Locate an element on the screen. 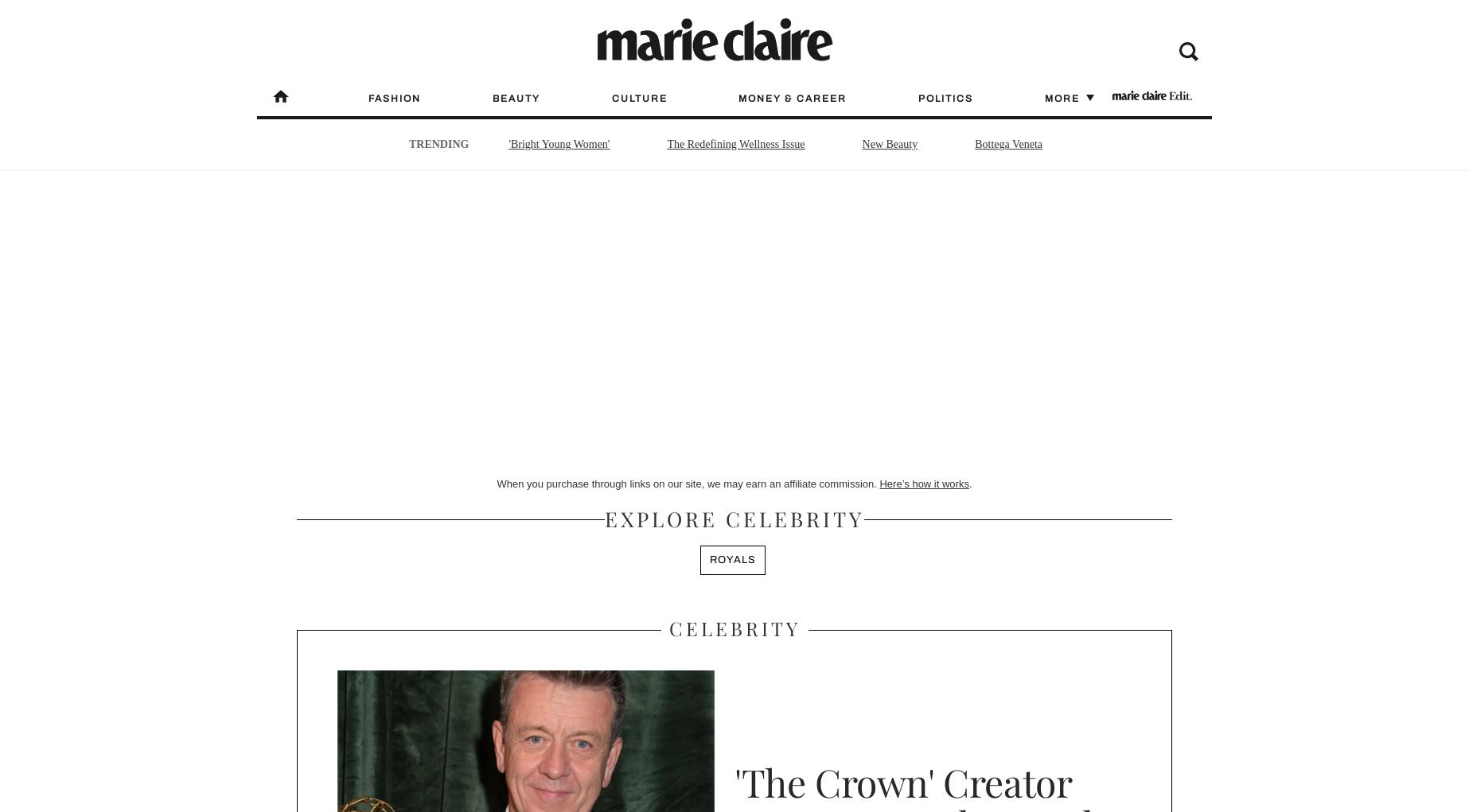 The width and height of the screenshot is (1469, 812). 'Trending' is located at coordinates (438, 143).